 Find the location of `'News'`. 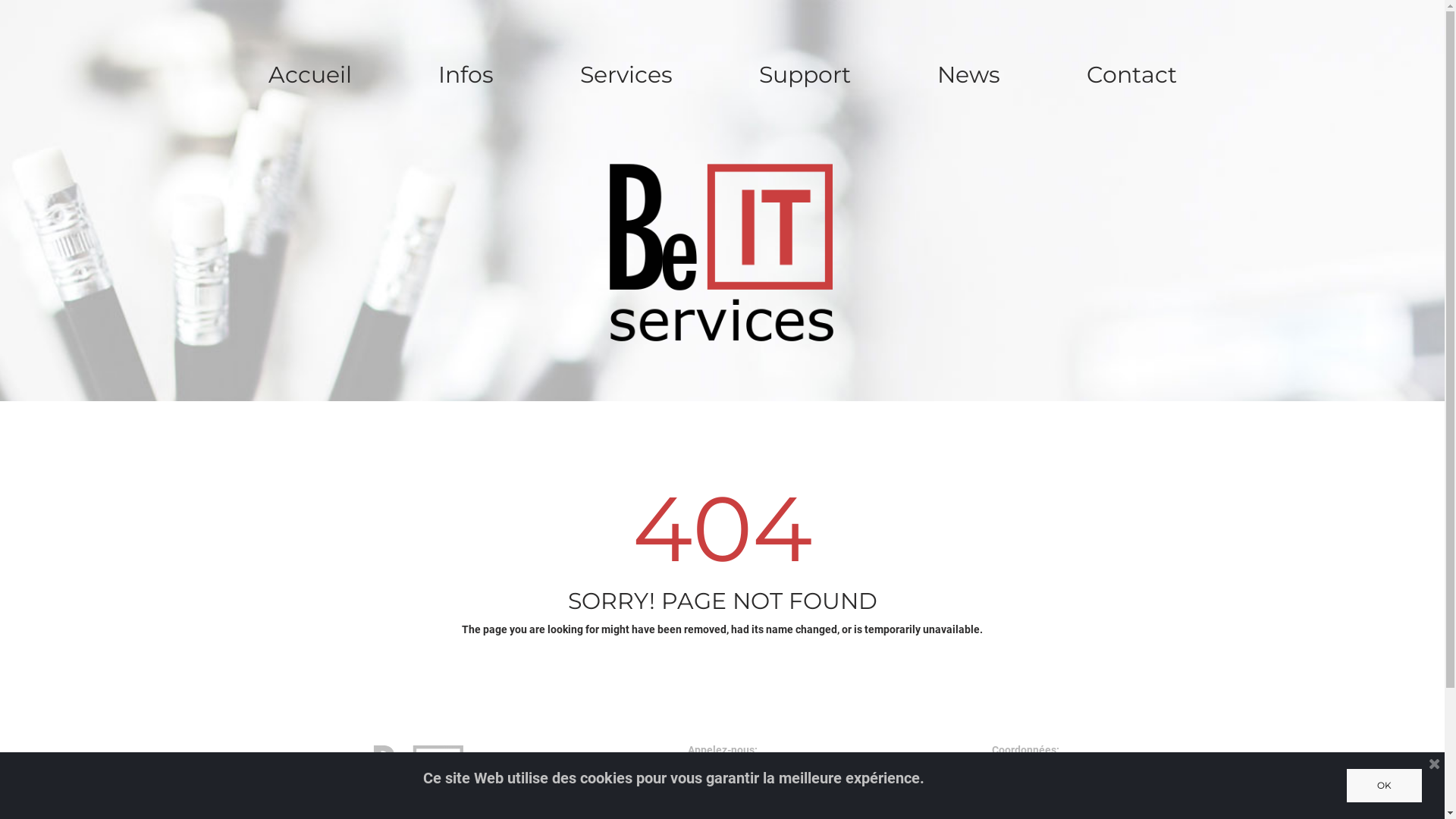

'News' is located at coordinates (967, 75).